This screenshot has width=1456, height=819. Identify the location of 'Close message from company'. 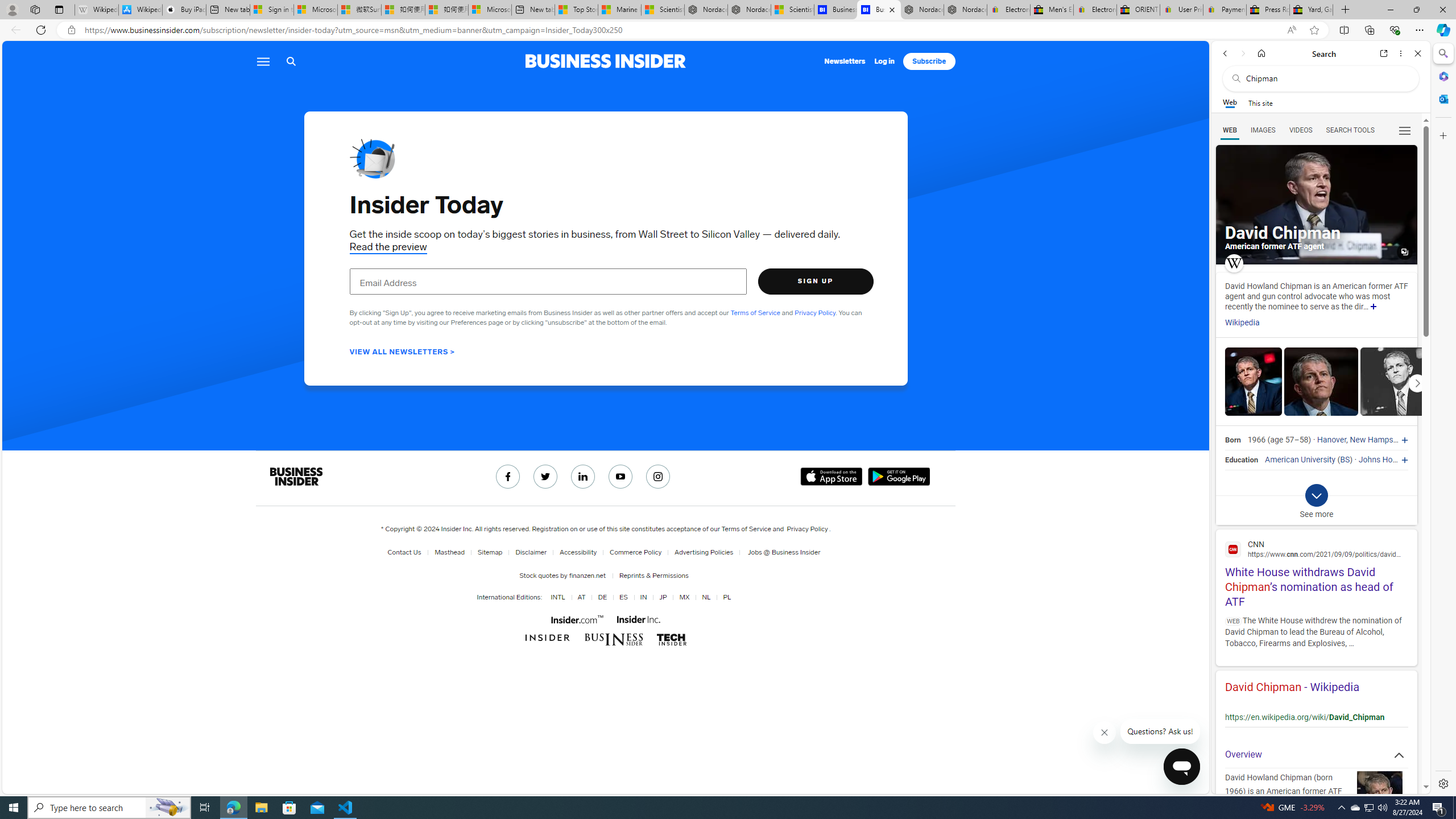
(1105, 732).